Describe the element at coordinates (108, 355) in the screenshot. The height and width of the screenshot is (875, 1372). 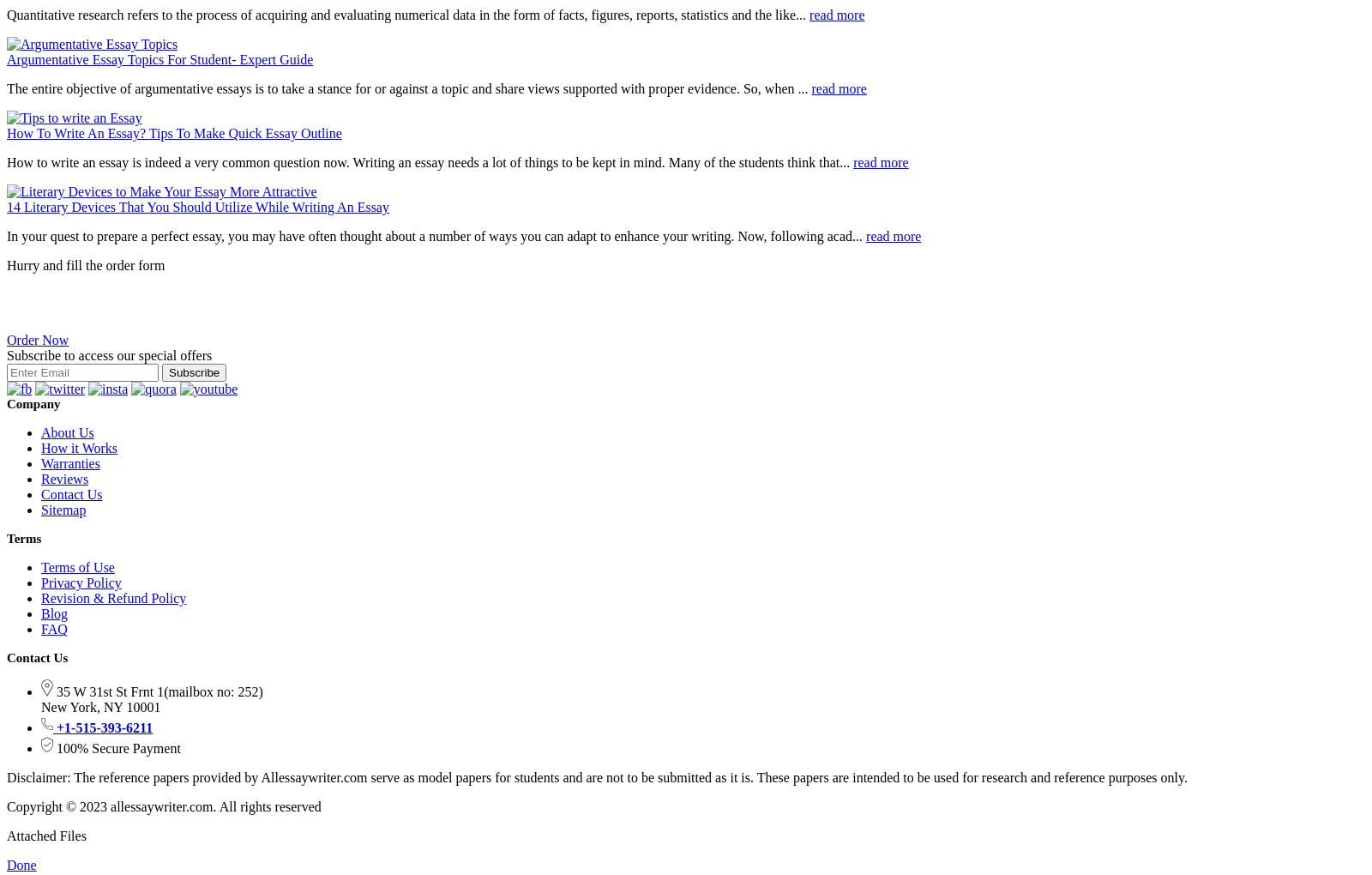
I see `'Subscribe to access our special offers'` at that location.